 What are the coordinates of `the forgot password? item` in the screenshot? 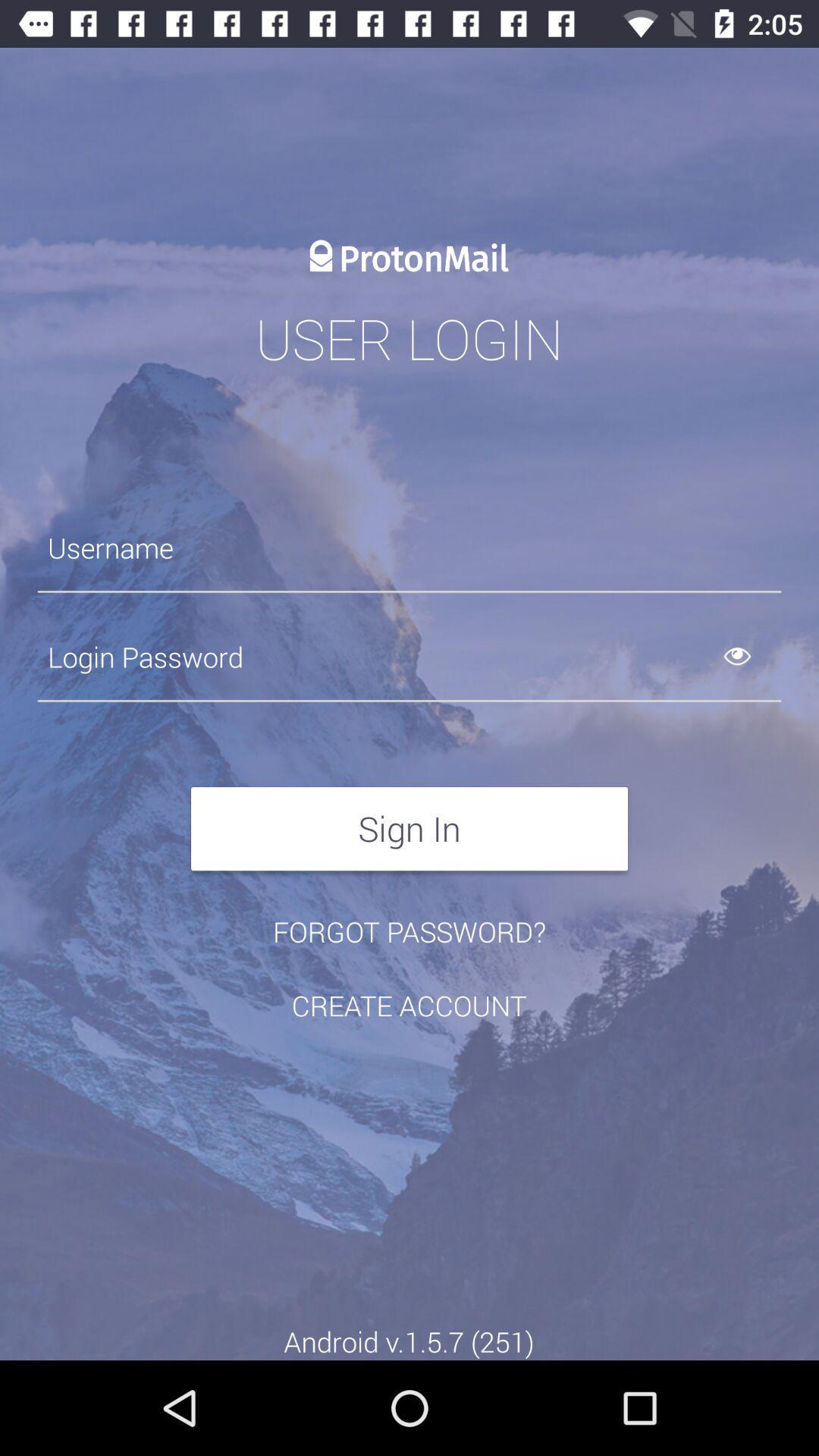 It's located at (409, 930).